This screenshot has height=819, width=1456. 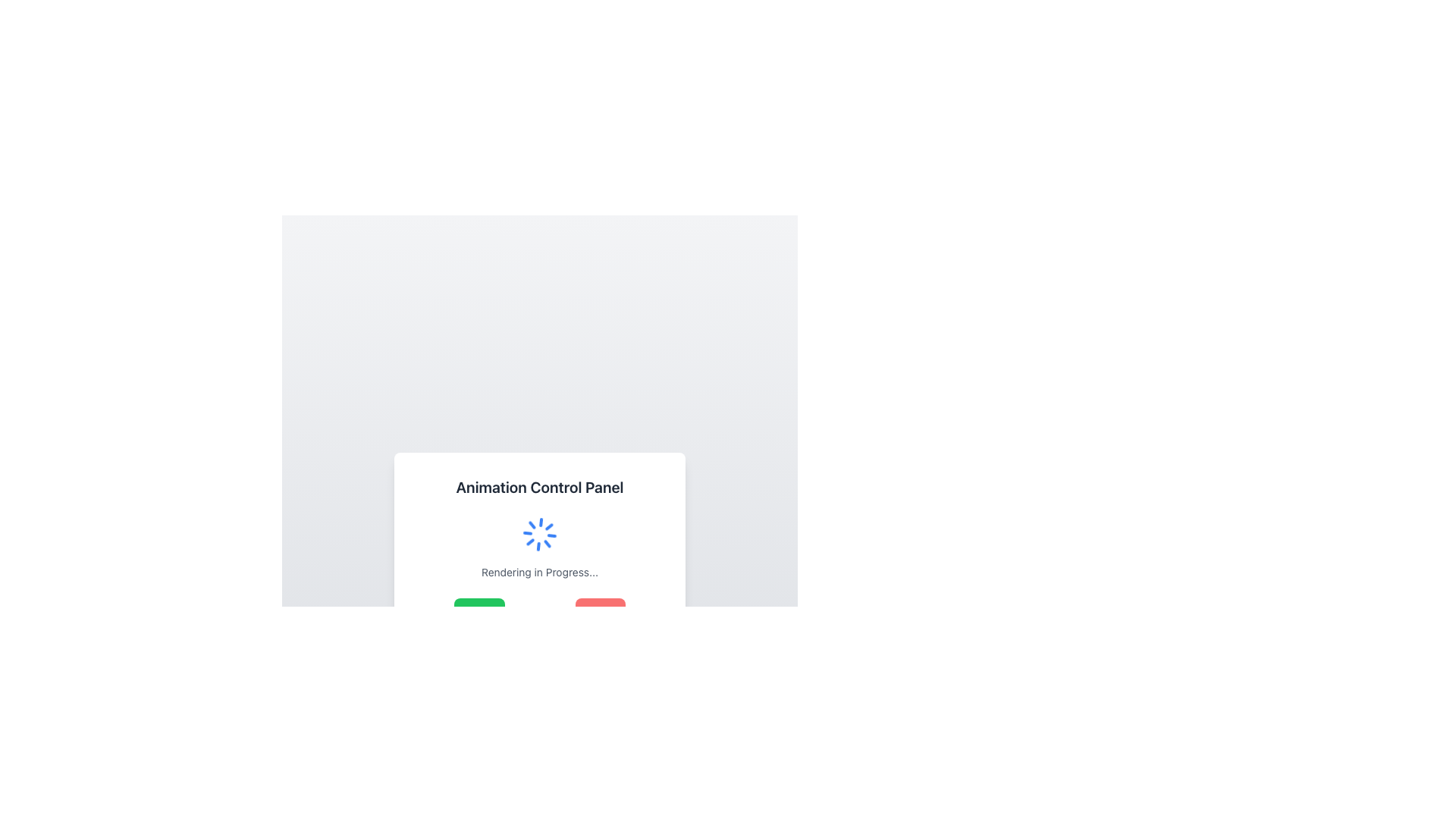 What do you see at coordinates (539, 611) in the screenshot?
I see `the 'Start' button, which is green and part of the composite element containing two buttons labeled 'Start' and 'Stop' in the Animation Control Panel` at bounding box center [539, 611].